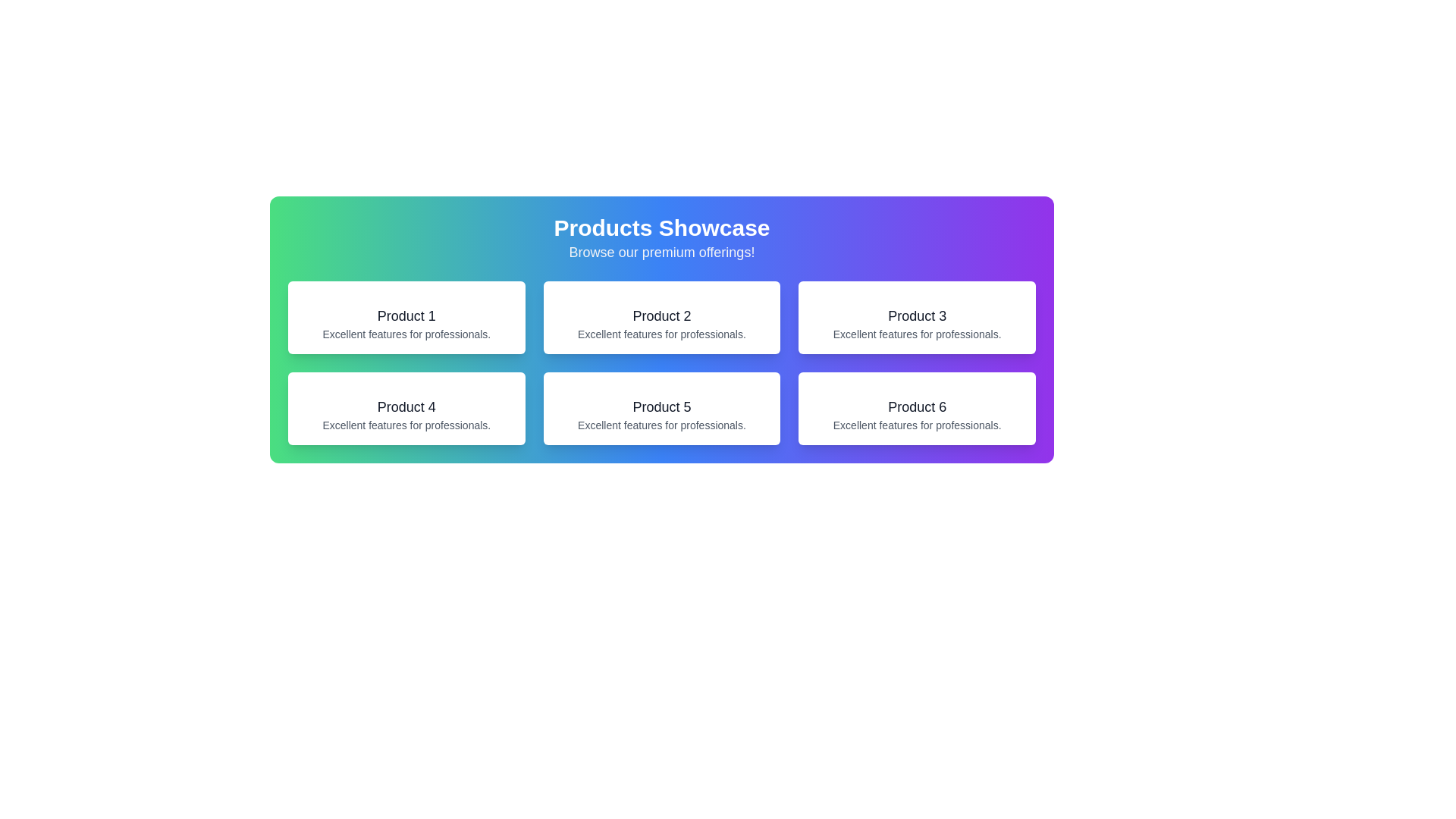 The width and height of the screenshot is (1456, 819). What do you see at coordinates (662, 333) in the screenshot?
I see `the text label displaying 'Excellent features for professionals.' located beneath the title 'Product 2'` at bounding box center [662, 333].